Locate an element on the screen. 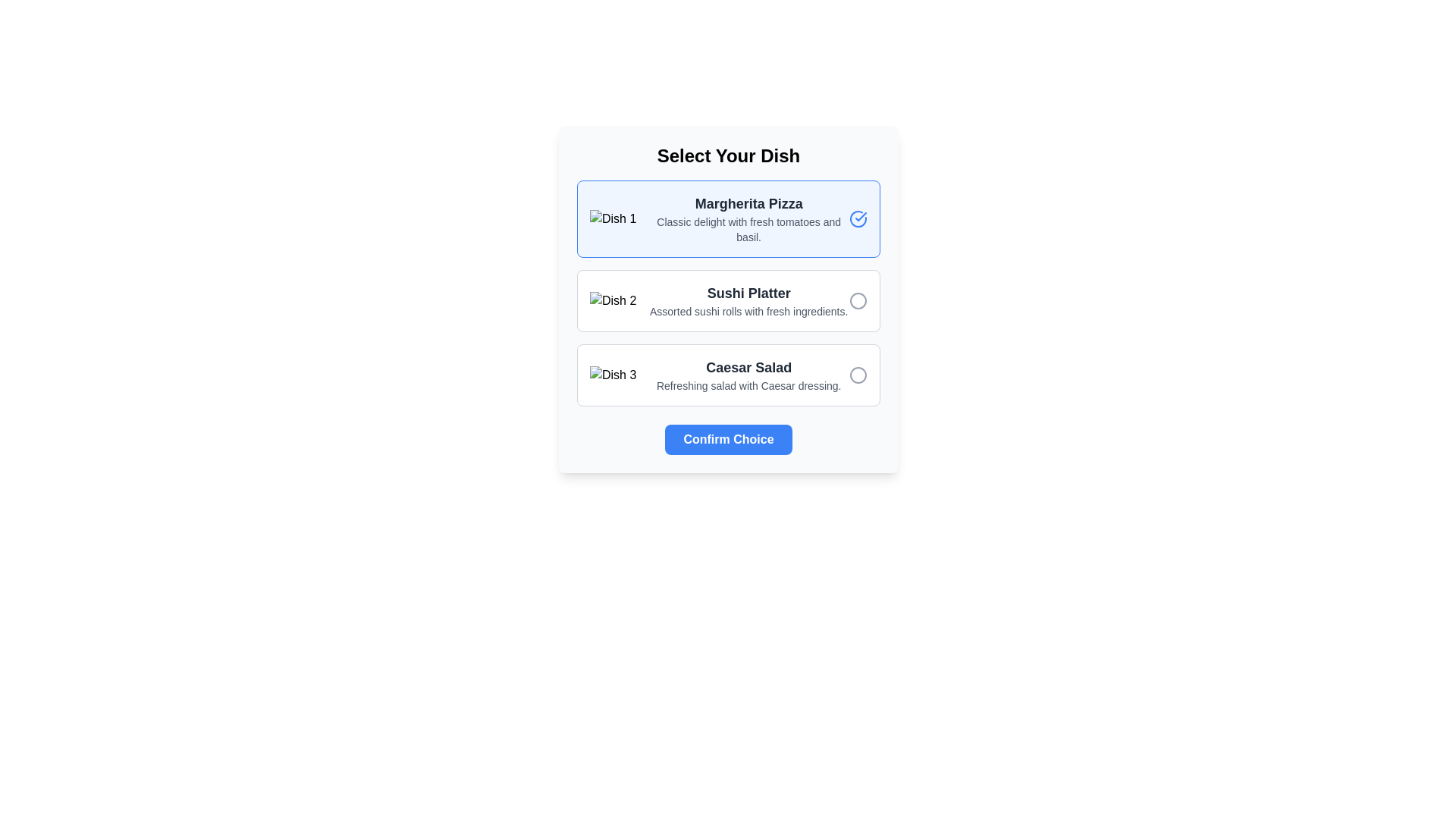 The image size is (1456, 819). description text label that says 'Refreshing salad with Caesar dressing.' located beneath the 'Caesar Salad' option in the dish selection list is located at coordinates (748, 385).